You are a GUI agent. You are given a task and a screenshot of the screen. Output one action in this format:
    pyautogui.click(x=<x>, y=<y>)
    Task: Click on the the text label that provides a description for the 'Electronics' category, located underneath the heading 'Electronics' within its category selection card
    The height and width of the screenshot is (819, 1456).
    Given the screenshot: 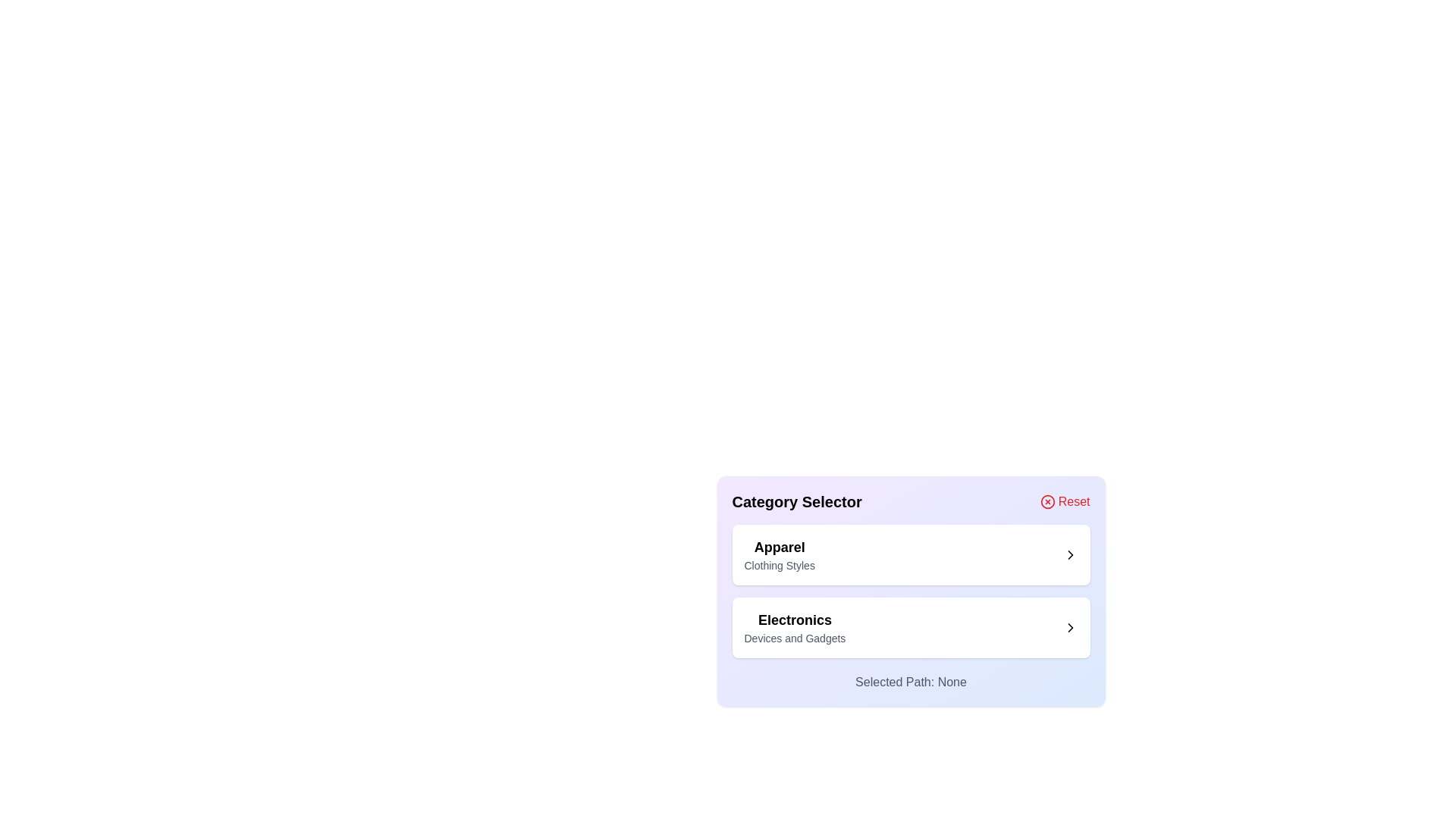 What is the action you would take?
    pyautogui.click(x=794, y=638)
    